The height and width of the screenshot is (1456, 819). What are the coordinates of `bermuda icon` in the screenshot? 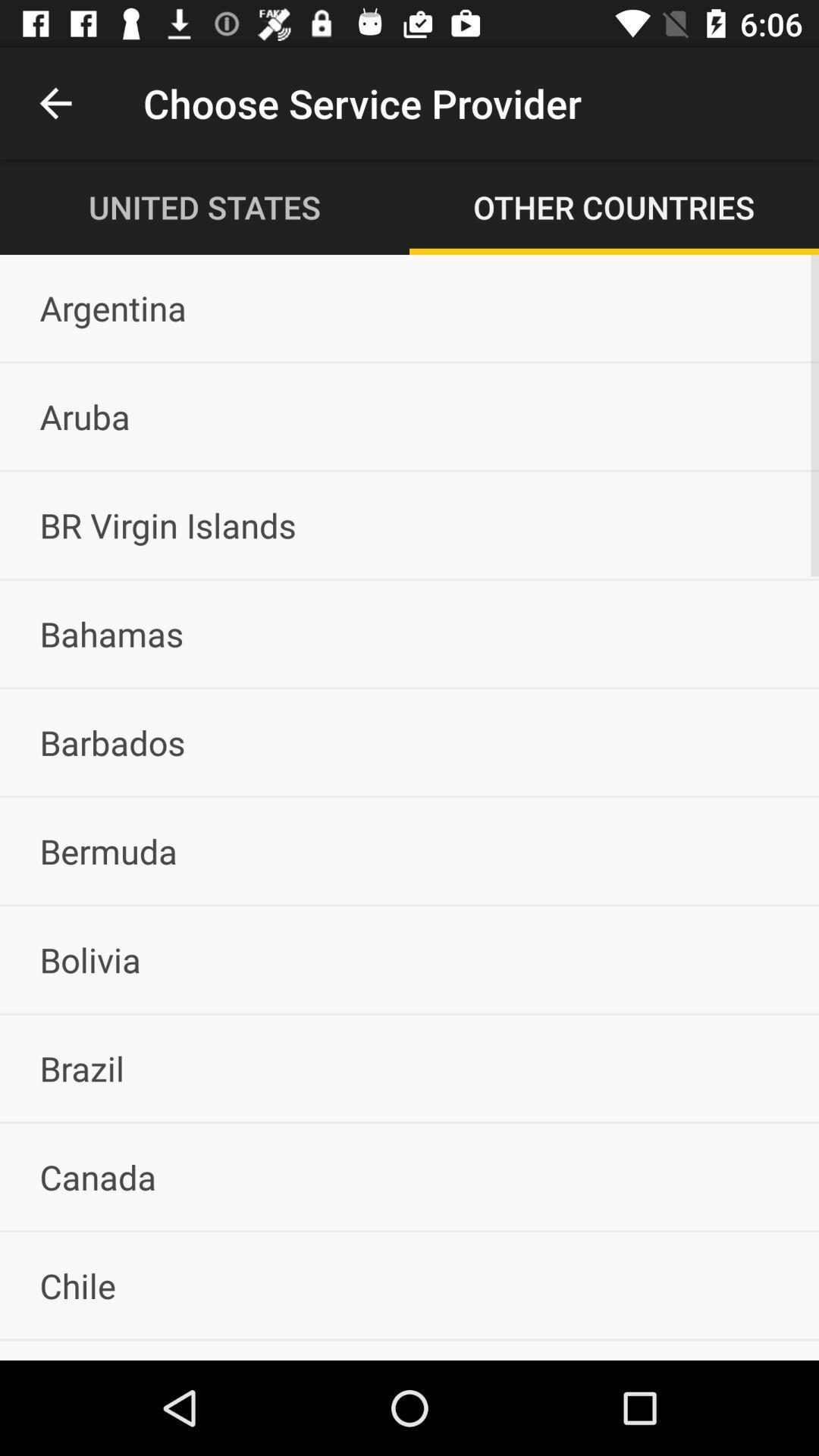 It's located at (409, 851).